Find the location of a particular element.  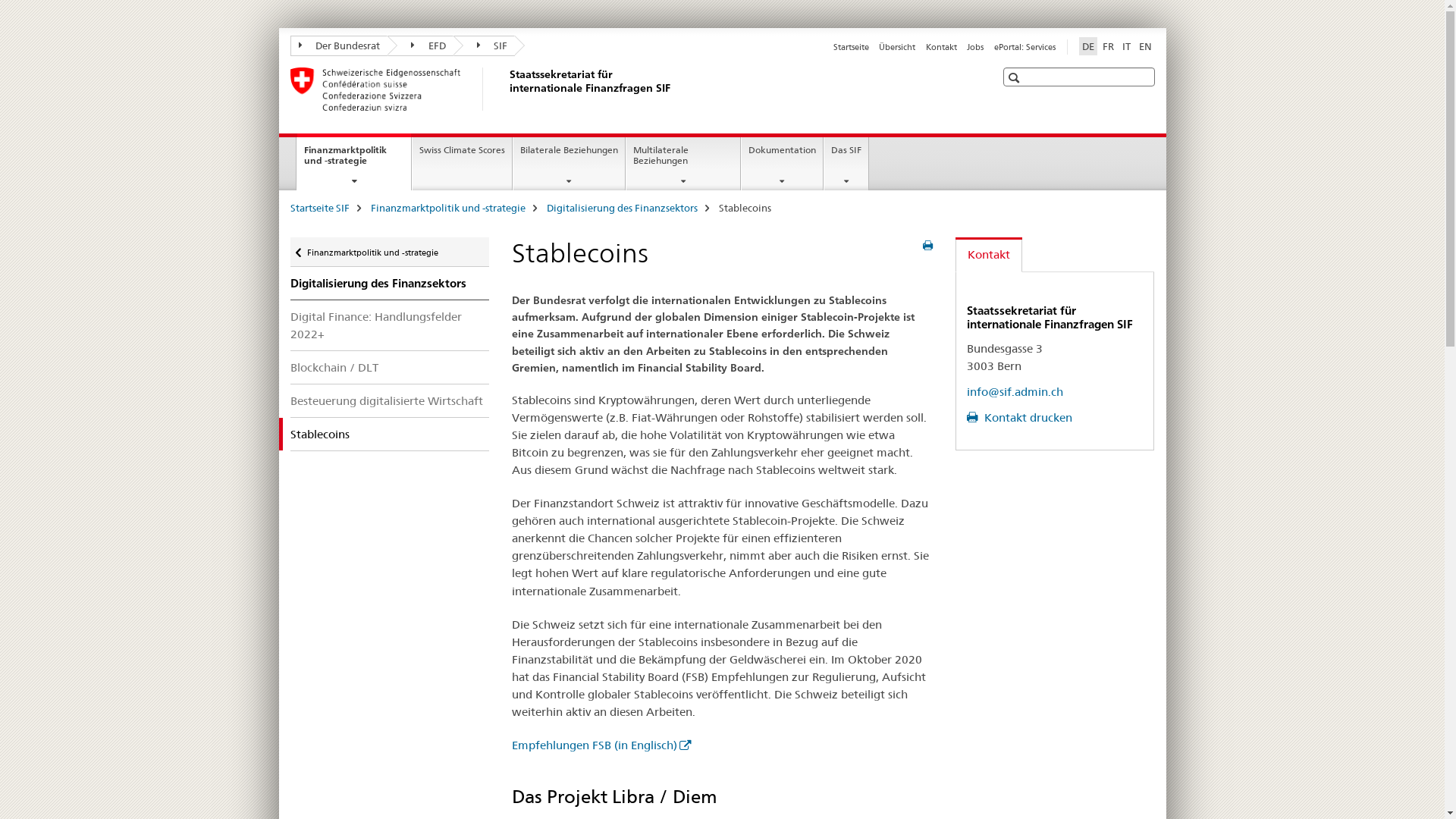

'Das SIF' is located at coordinates (846, 164).